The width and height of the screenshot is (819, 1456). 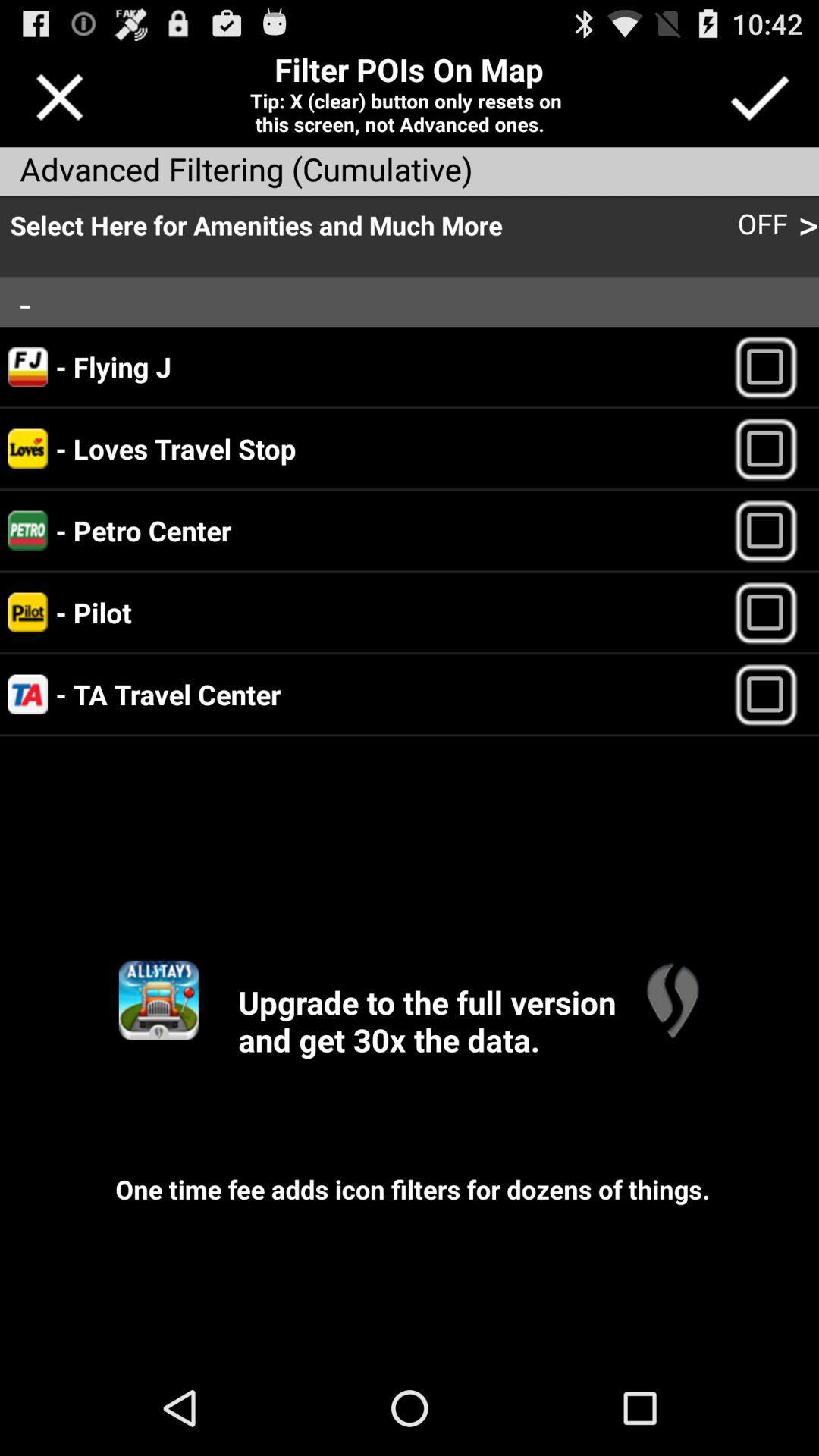 I want to click on confirm selections, so click(x=759, y=96).